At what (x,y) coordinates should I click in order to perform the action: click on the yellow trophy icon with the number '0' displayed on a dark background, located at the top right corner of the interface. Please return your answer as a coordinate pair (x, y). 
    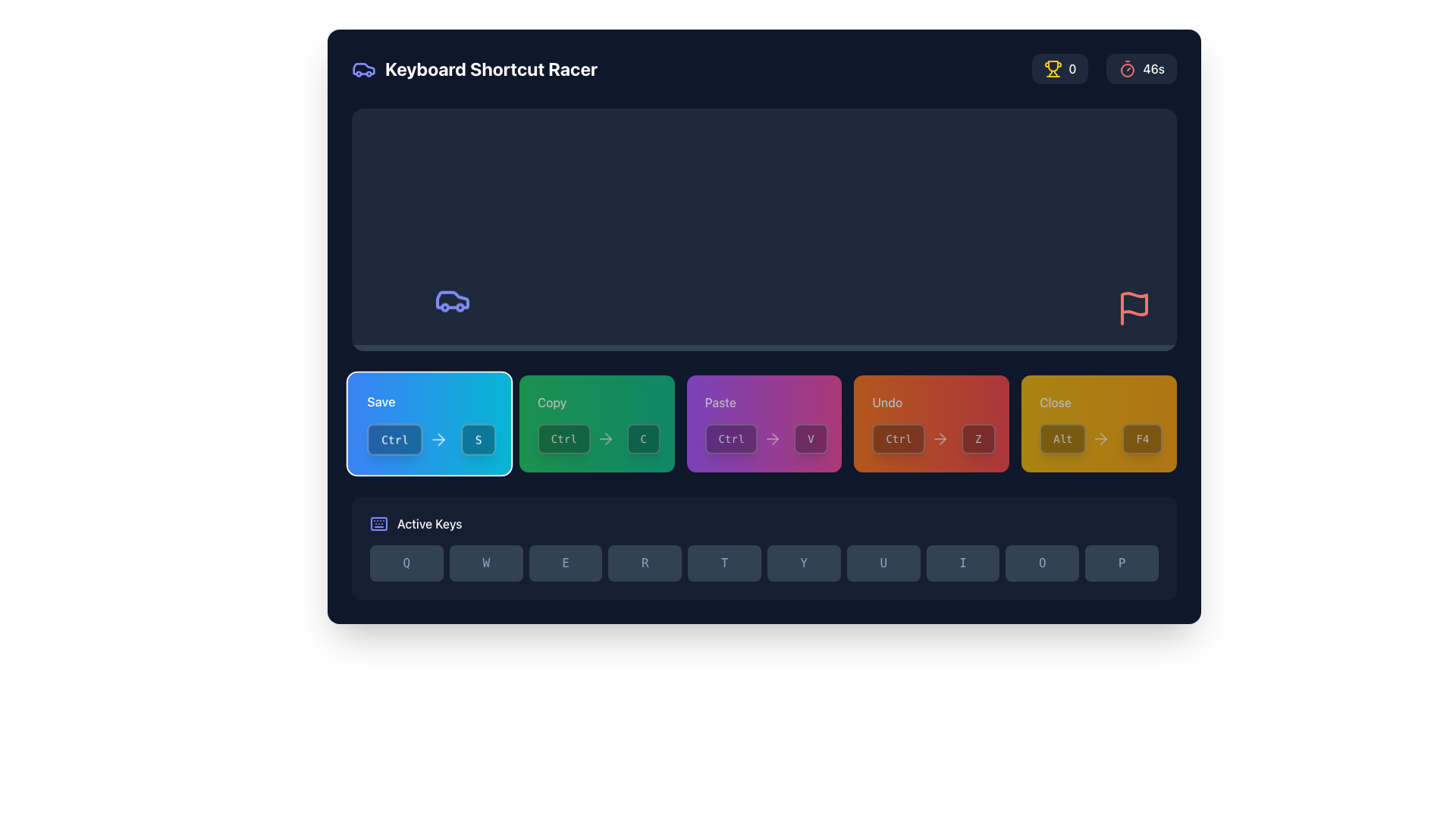
    Looking at the image, I should click on (1059, 69).